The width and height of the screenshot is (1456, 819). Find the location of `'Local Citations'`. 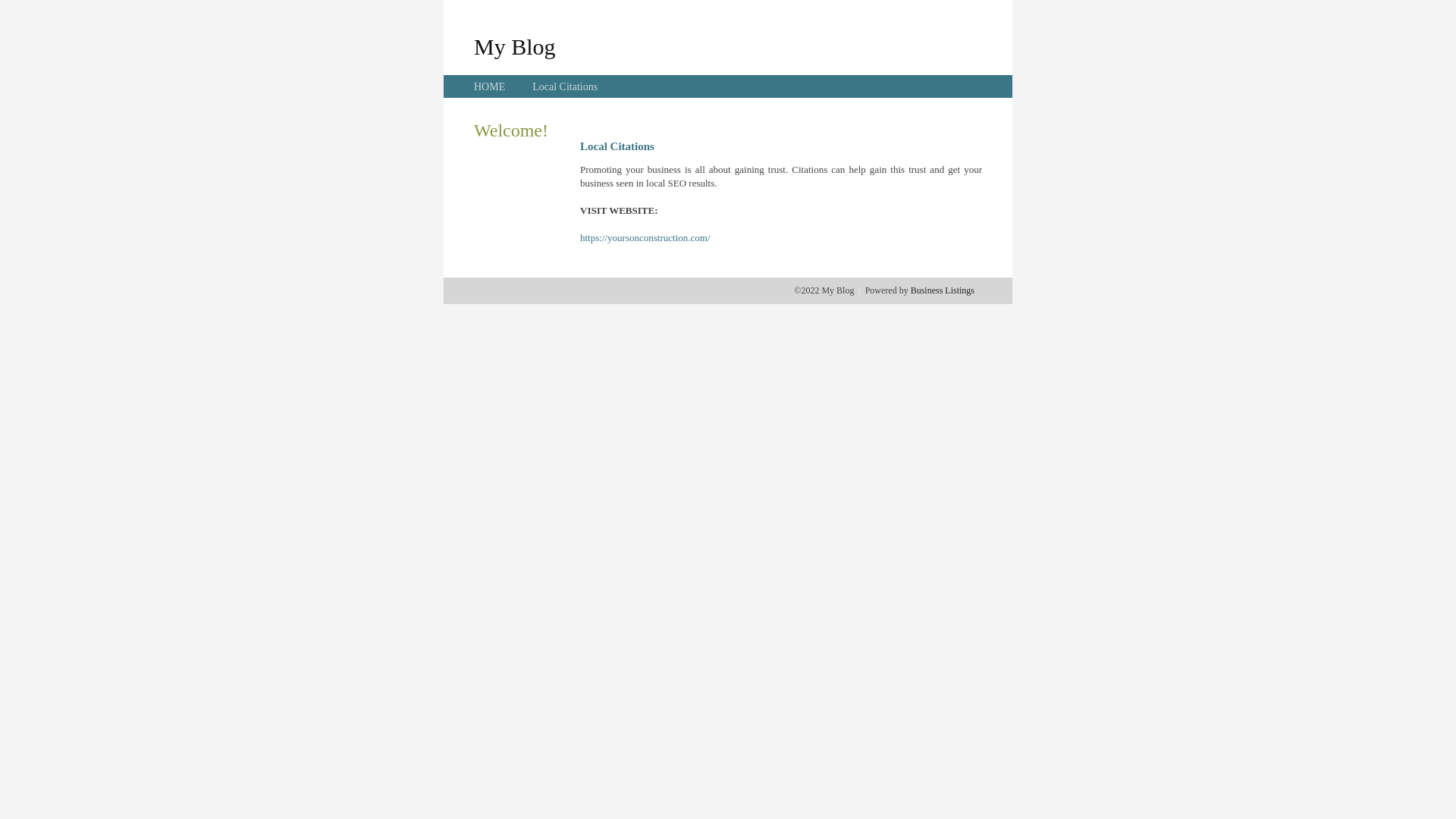

'Local Citations' is located at coordinates (563, 86).